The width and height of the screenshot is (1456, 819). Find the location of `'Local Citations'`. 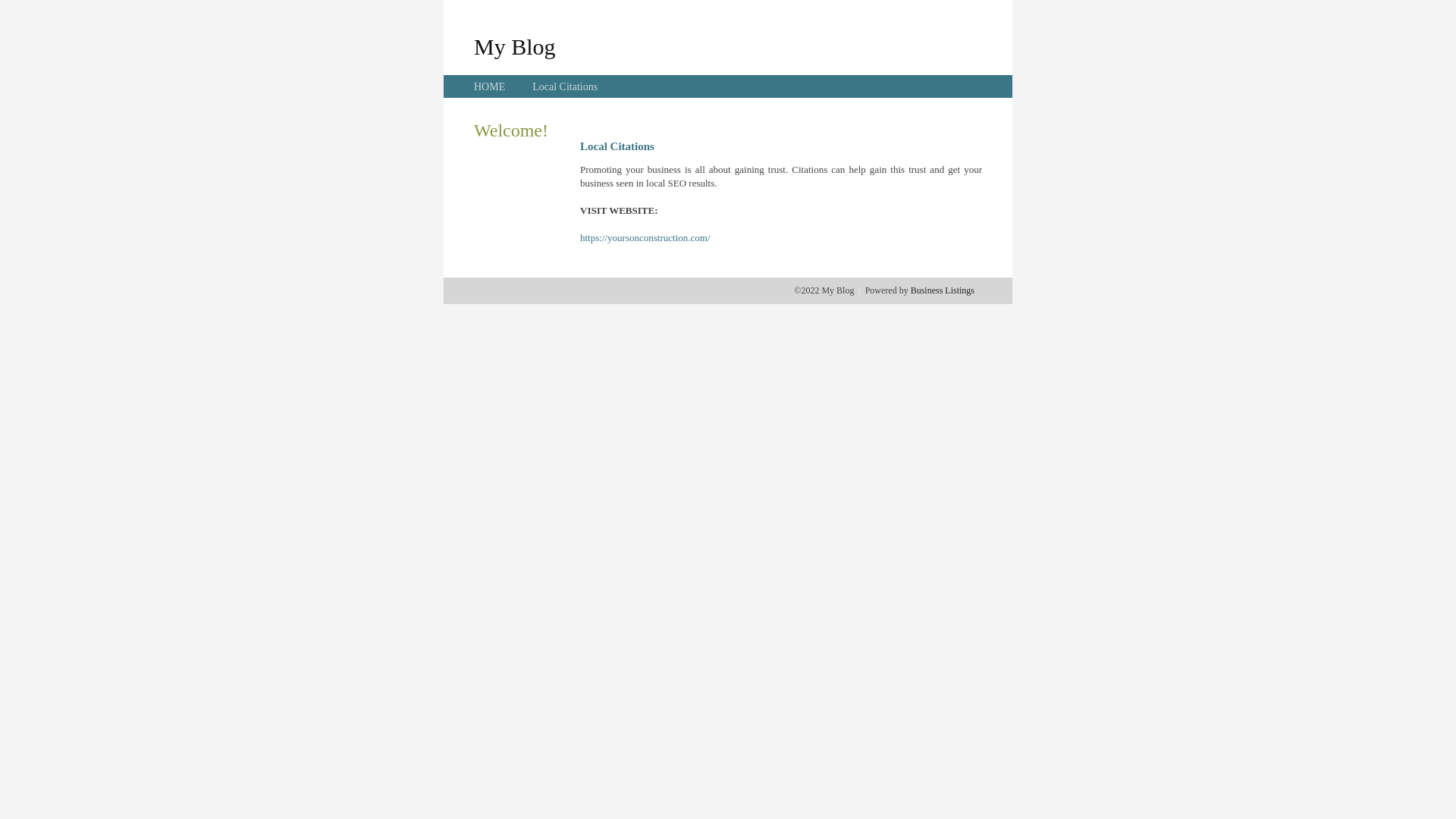

'Local Citations' is located at coordinates (563, 86).